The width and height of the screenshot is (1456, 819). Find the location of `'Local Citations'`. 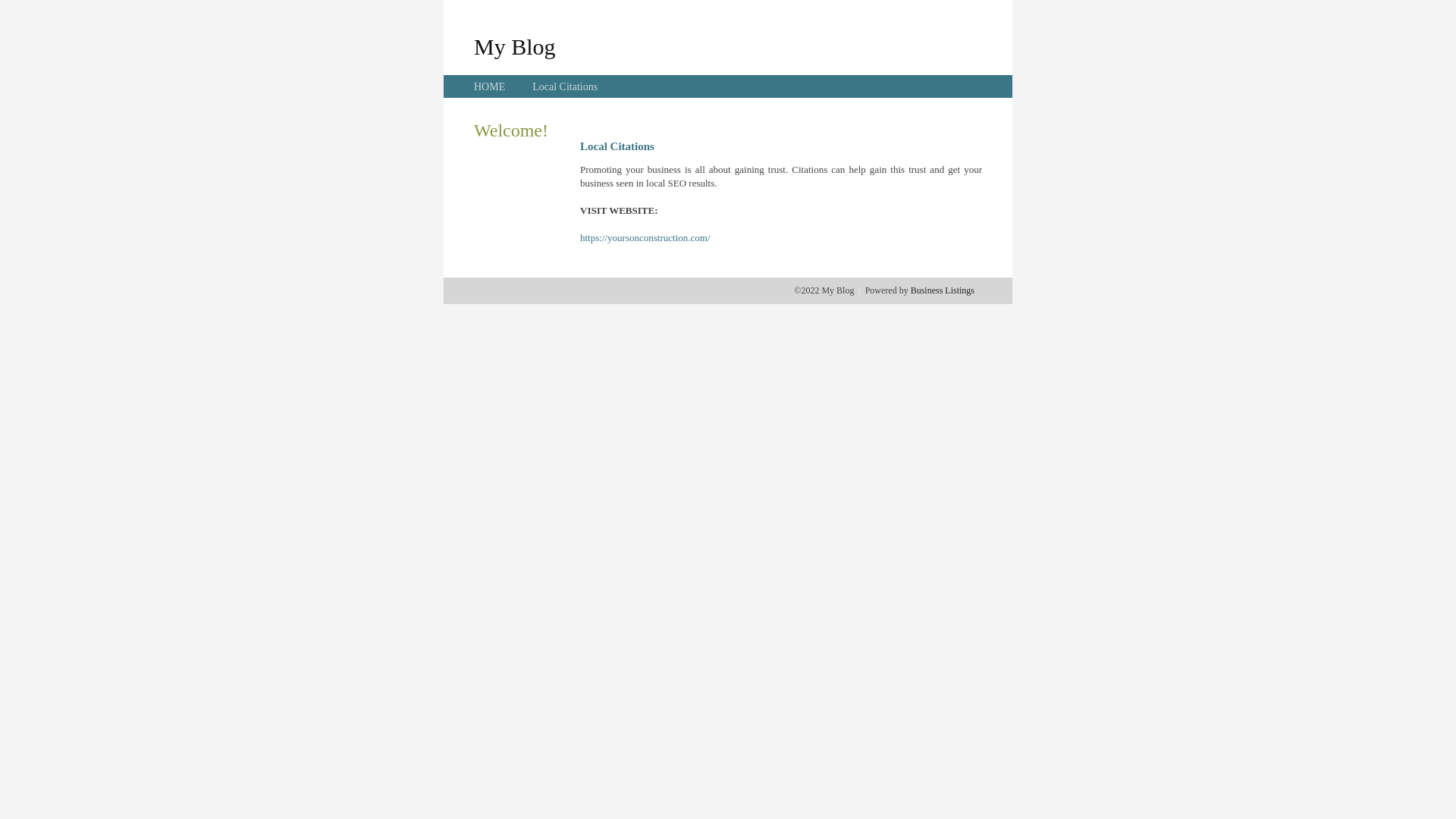

'Local Citations' is located at coordinates (563, 86).